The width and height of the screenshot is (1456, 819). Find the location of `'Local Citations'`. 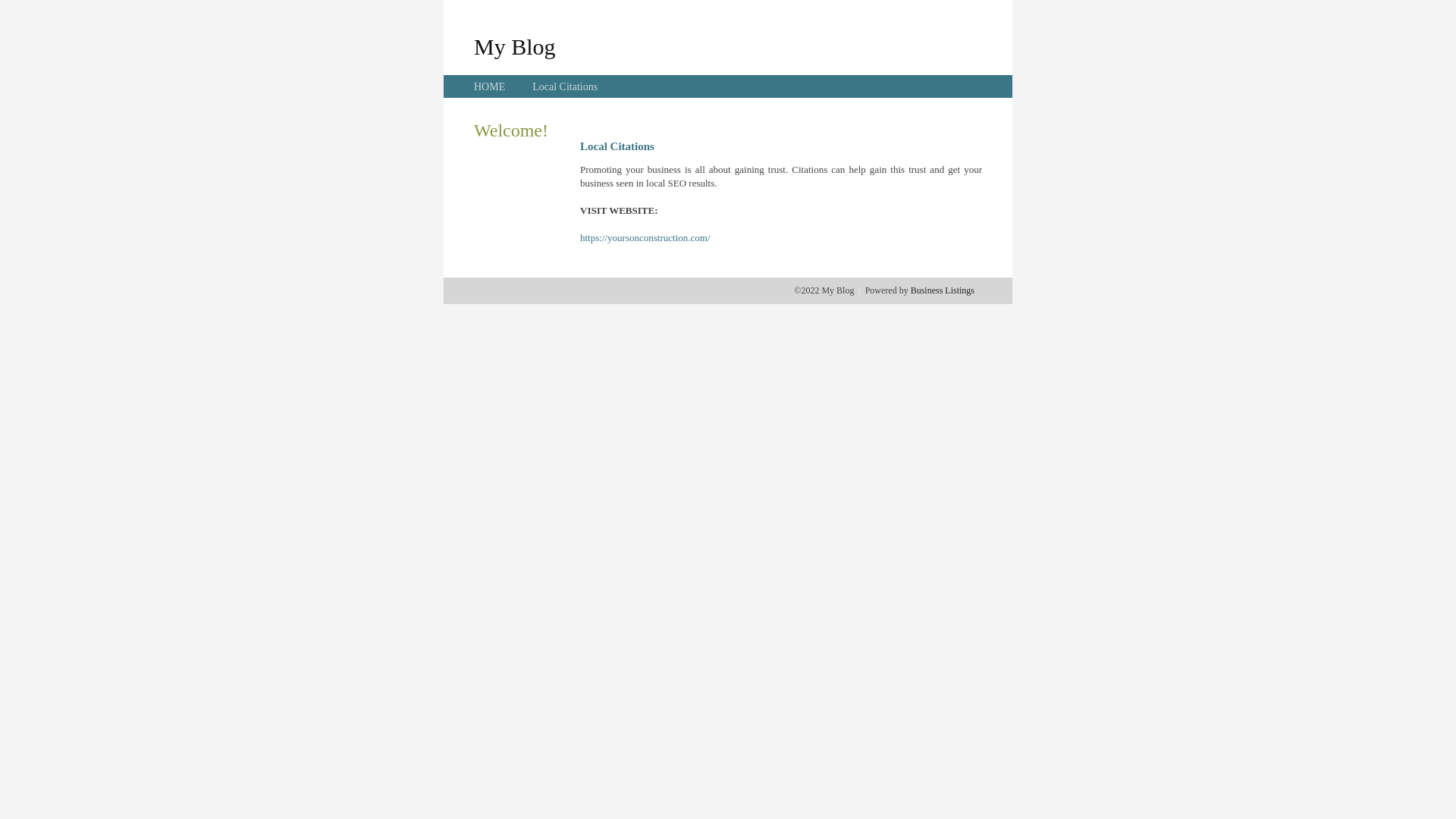

'Local Citations' is located at coordinates (563, 86).